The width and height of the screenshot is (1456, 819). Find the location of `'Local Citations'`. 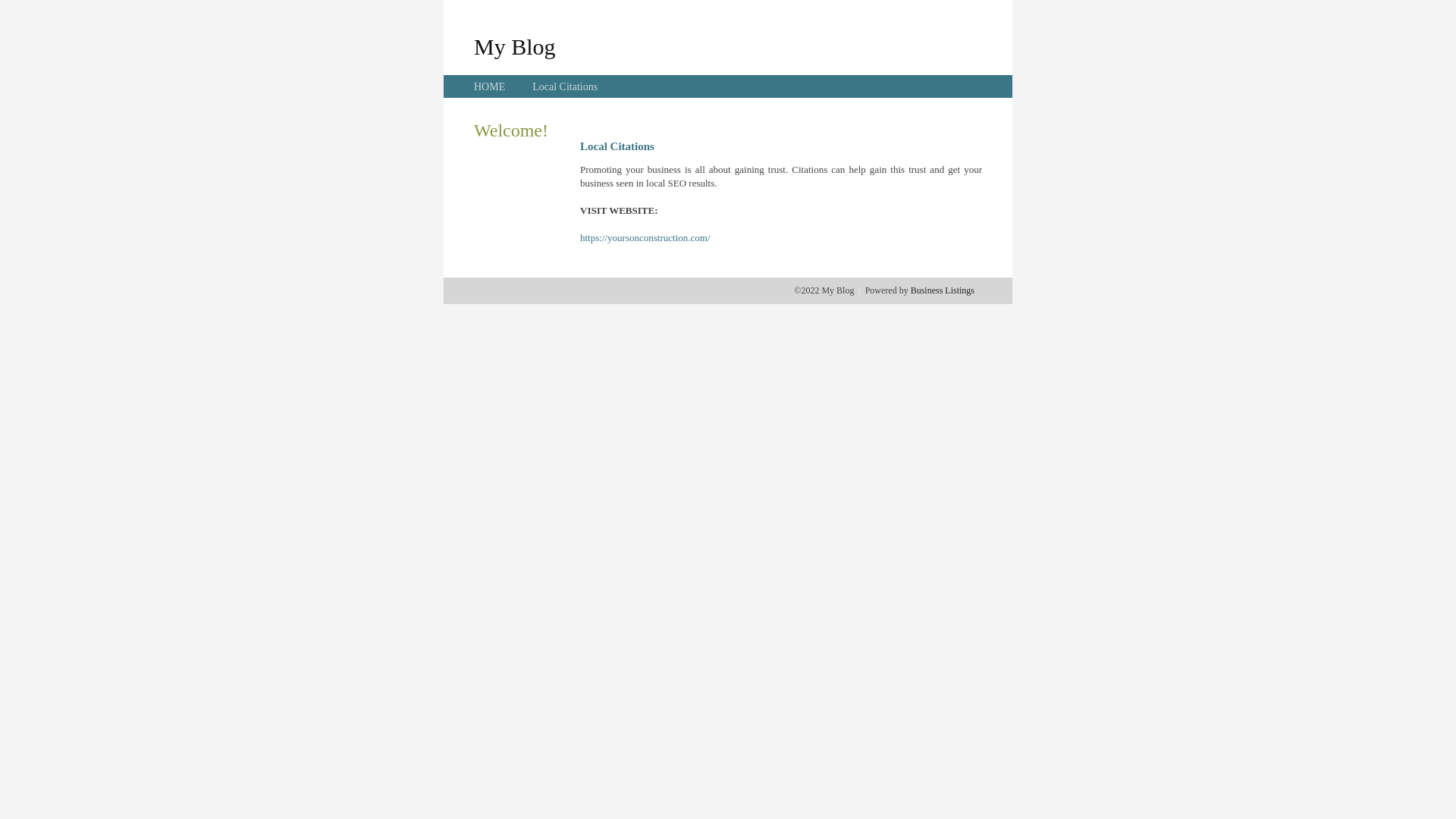

'Local Citations' is located at coordinates (563, 86).